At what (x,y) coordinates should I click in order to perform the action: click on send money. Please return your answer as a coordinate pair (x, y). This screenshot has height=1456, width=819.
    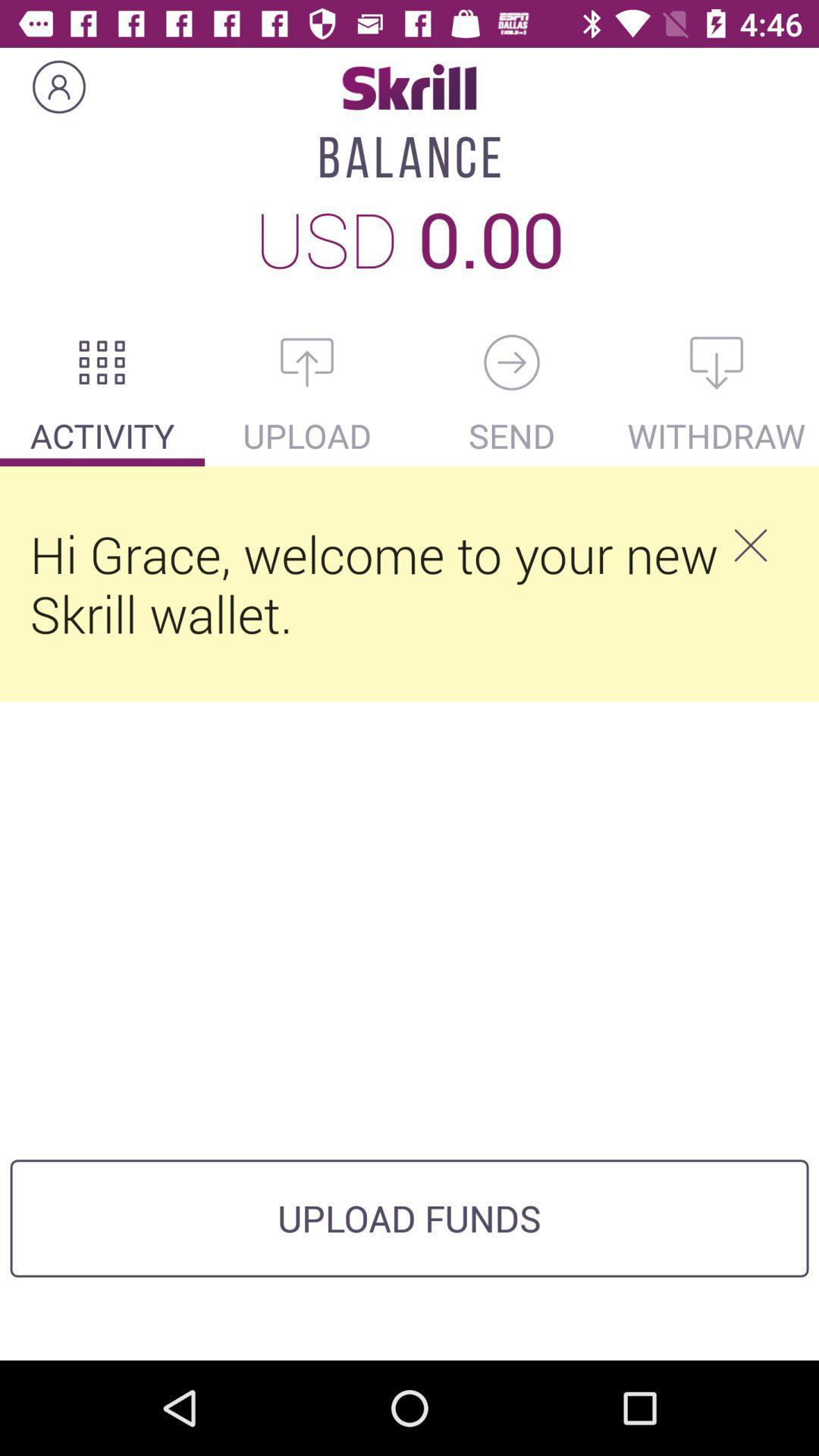
    Looking at the image, I should click on (512, 362).